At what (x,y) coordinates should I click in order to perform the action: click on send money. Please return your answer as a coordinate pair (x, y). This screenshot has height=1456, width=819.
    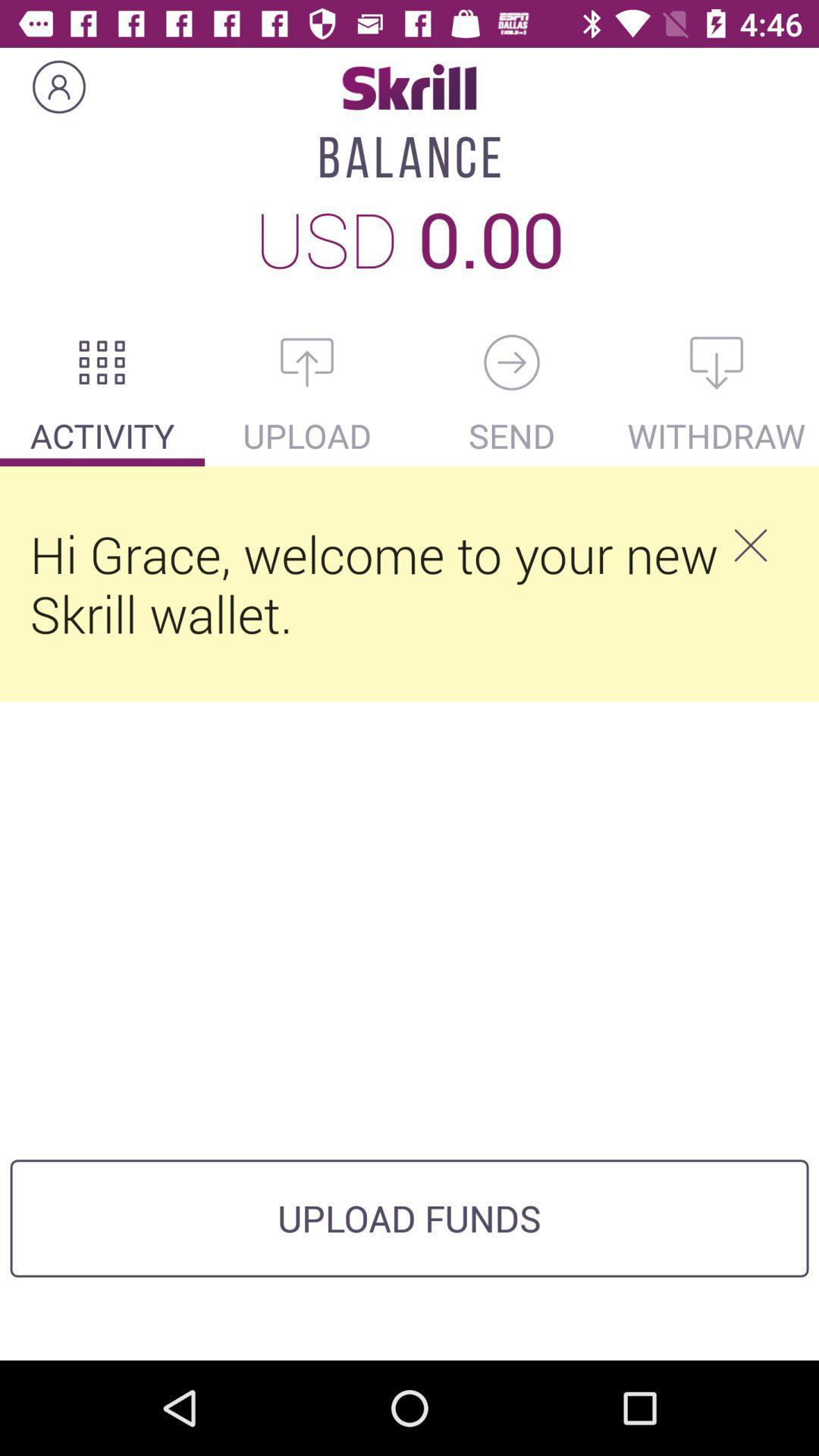
    Looking at the image, I should click on (512, 362).